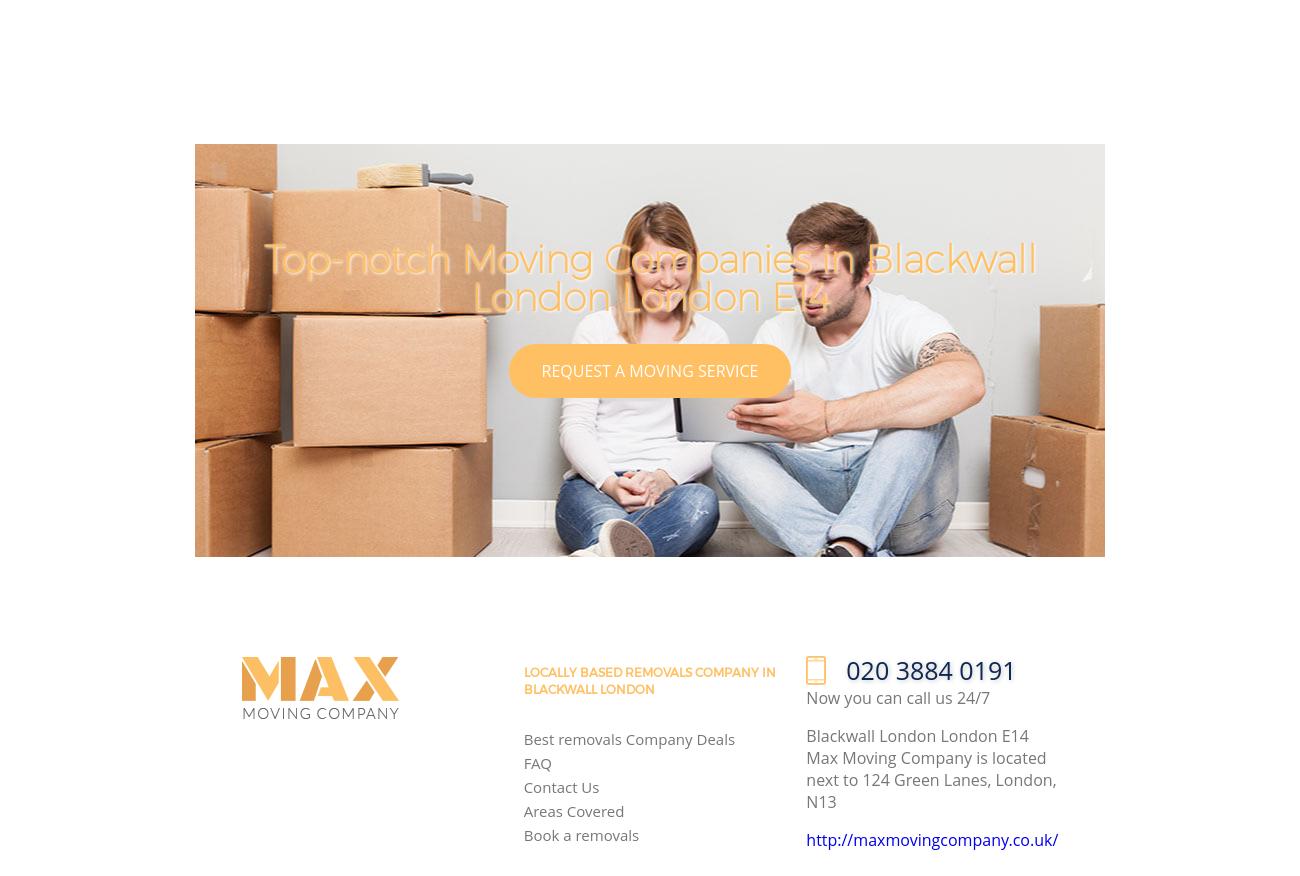  What do you see at coordinates (931, 839) in the screenshot?
I see `'http://maxmovingcompany.co.uk/'` at bounding box center [931, 839].